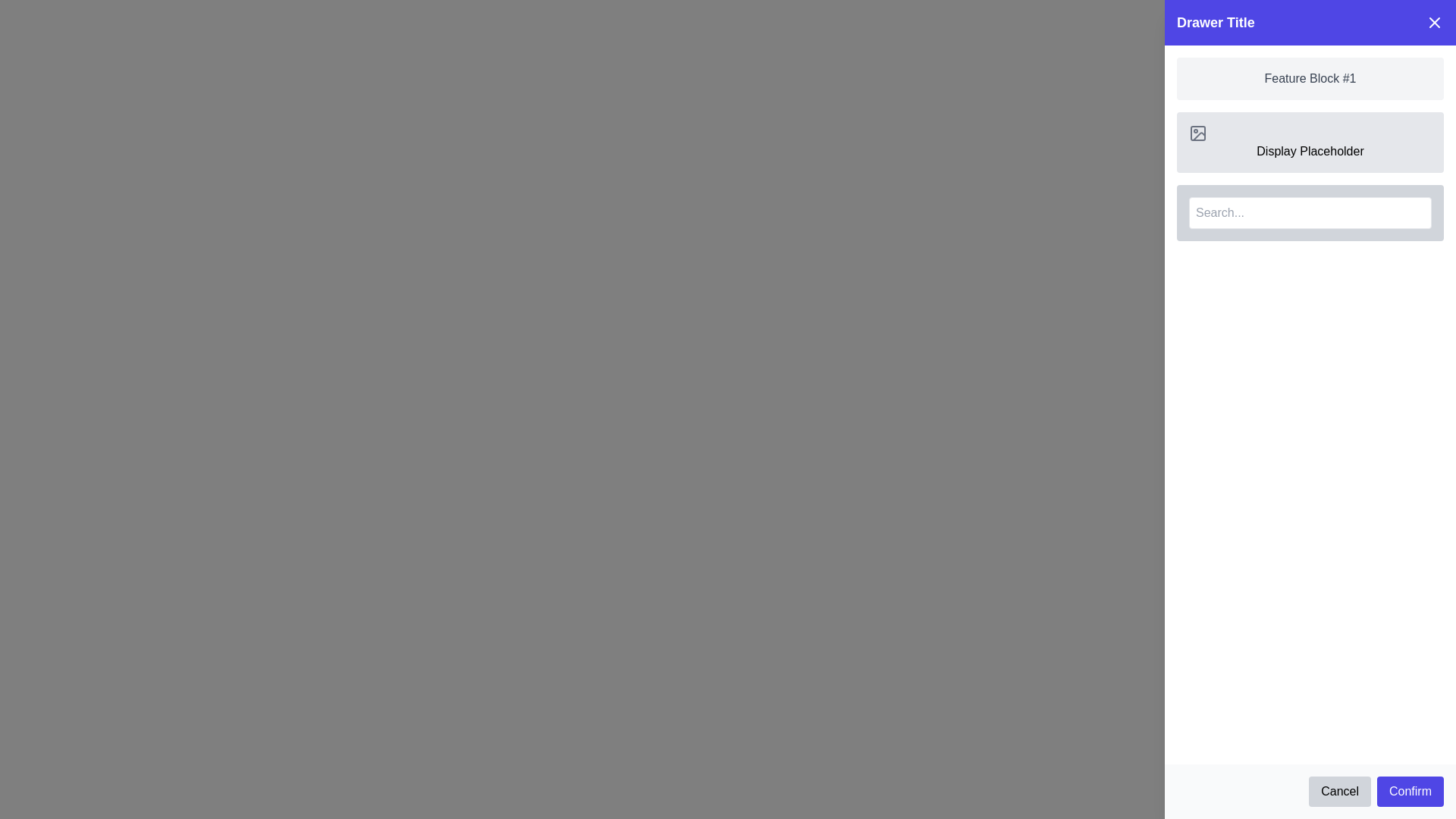 The width and height of the screenshot is (1456, 819). Describe the element at coordinates (1310, 143) in the screenshot. I see `placeholder text 'Display Placeholder' from the Display block, which is a rectangular area with rounded corners and a light gray background, located below 'Feature Block #1'` at that location.